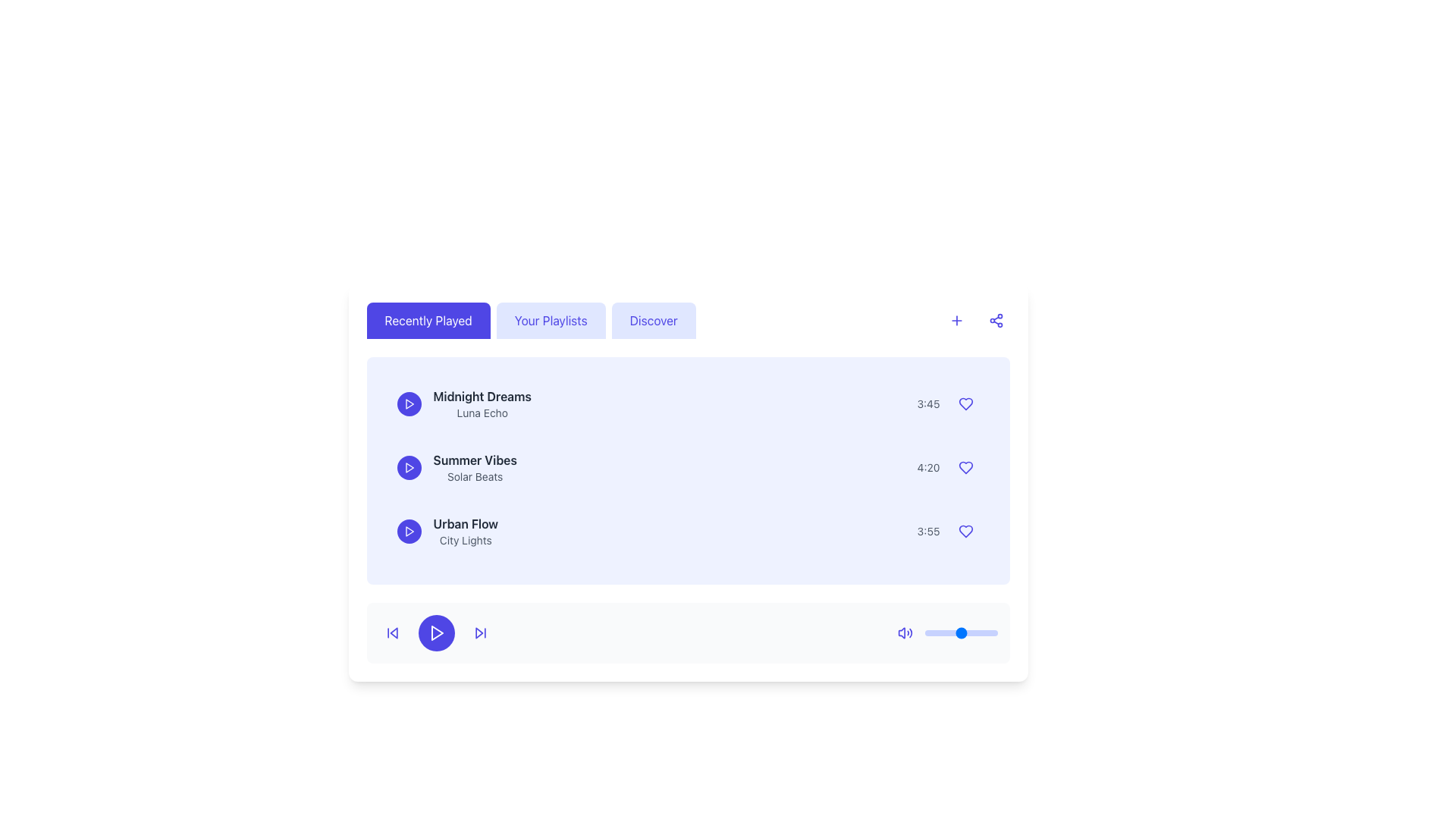 This screenshot has height=819, width=1456. Describe the element at coordinates (687, 320) in the screenshot. I see `the Navigation bar located at the top of the main content area` at that location.